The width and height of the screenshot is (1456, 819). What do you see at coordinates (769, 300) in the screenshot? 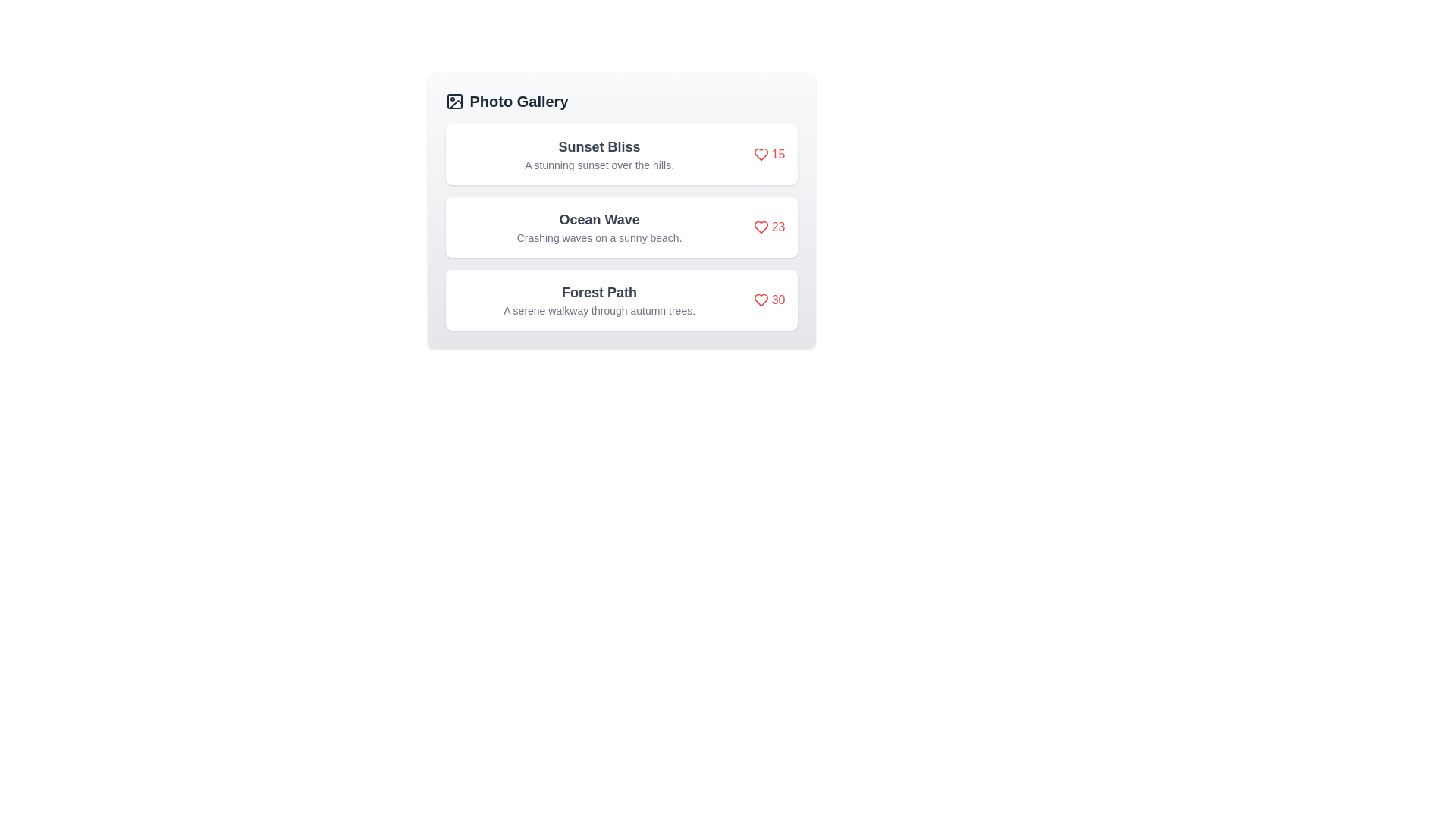
I see `like button for the photo titled Forest Path` at bounding box center [769, 300].